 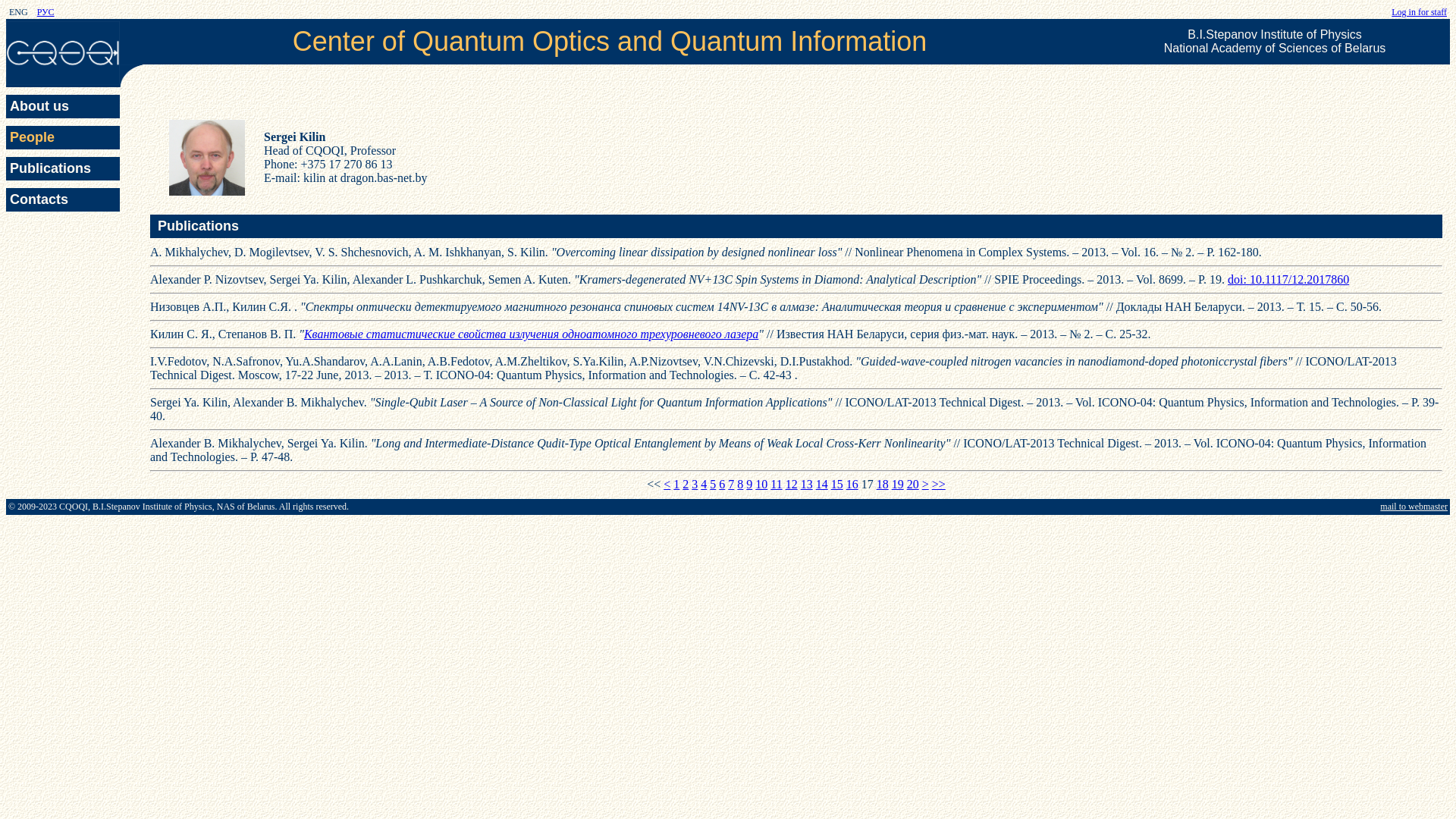 I want to click on '13', so click(x=800, y=484).